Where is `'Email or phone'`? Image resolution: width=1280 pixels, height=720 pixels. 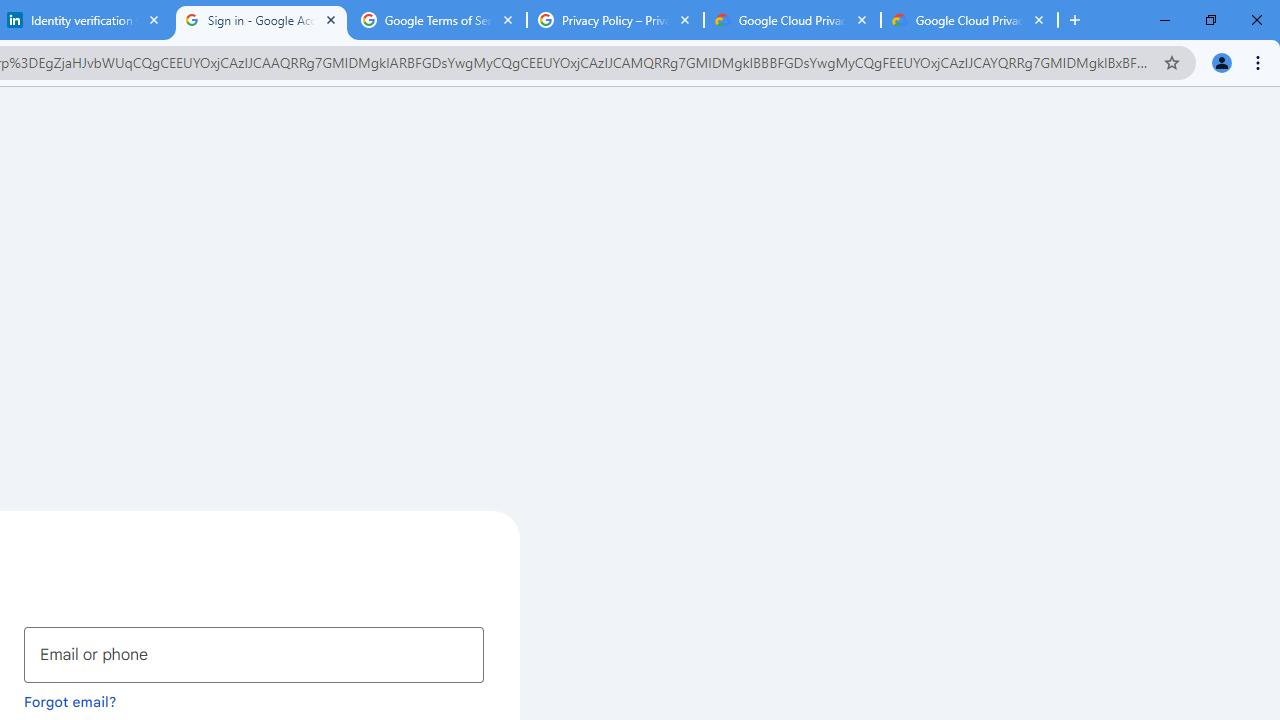 'Email or phone' is located at coordinates (253, 654).